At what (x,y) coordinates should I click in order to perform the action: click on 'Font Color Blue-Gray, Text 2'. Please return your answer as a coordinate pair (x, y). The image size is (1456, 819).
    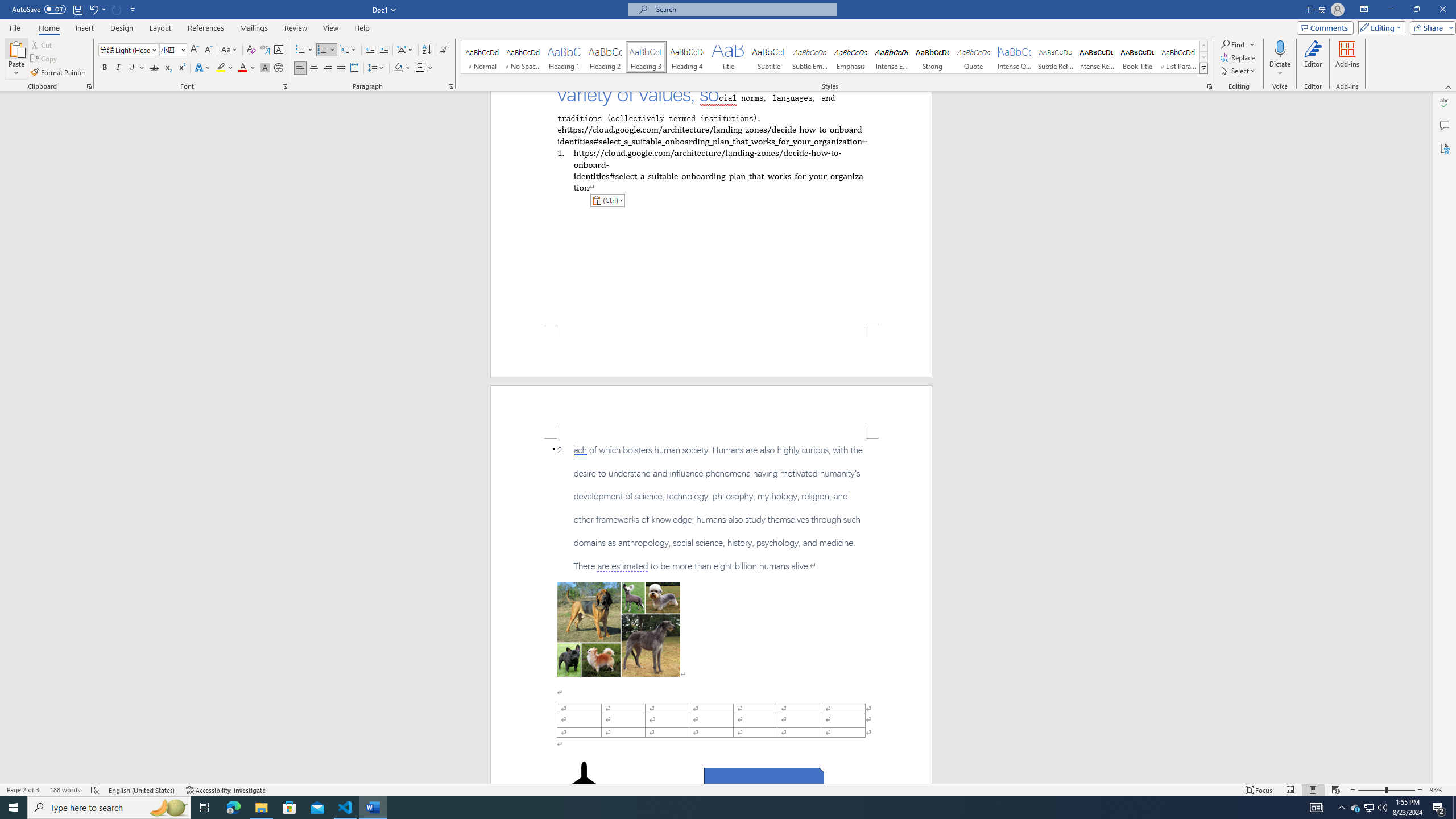
    Looking at the image, I should click on (242, 67).